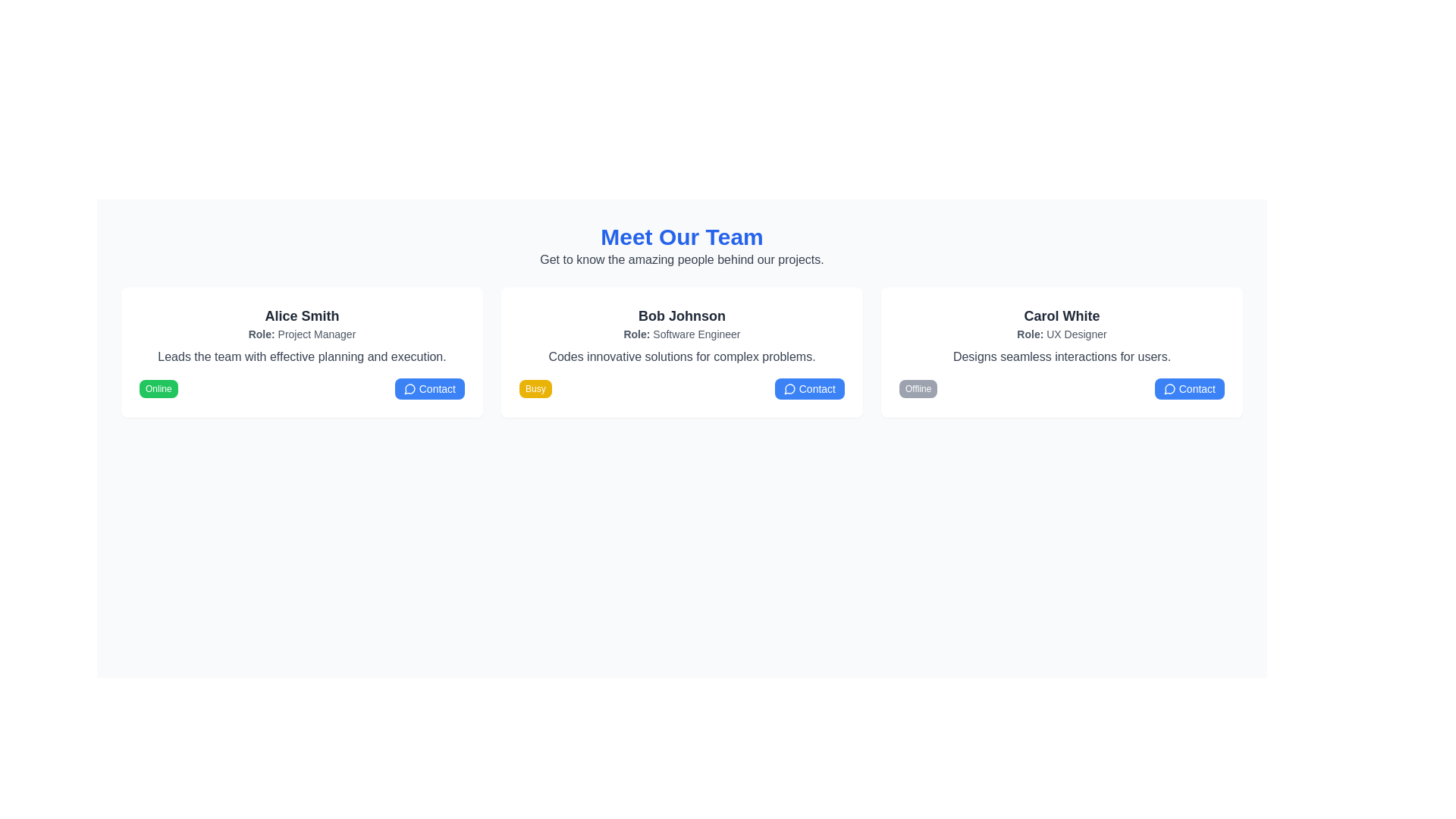 This screenshot has width=1456, height=819. I want to click on the text label 'Bob Johnson' styled in bold and dark gray, located at the top center of the middle card under the 'Meet Our Team' section, so click(681, 315).